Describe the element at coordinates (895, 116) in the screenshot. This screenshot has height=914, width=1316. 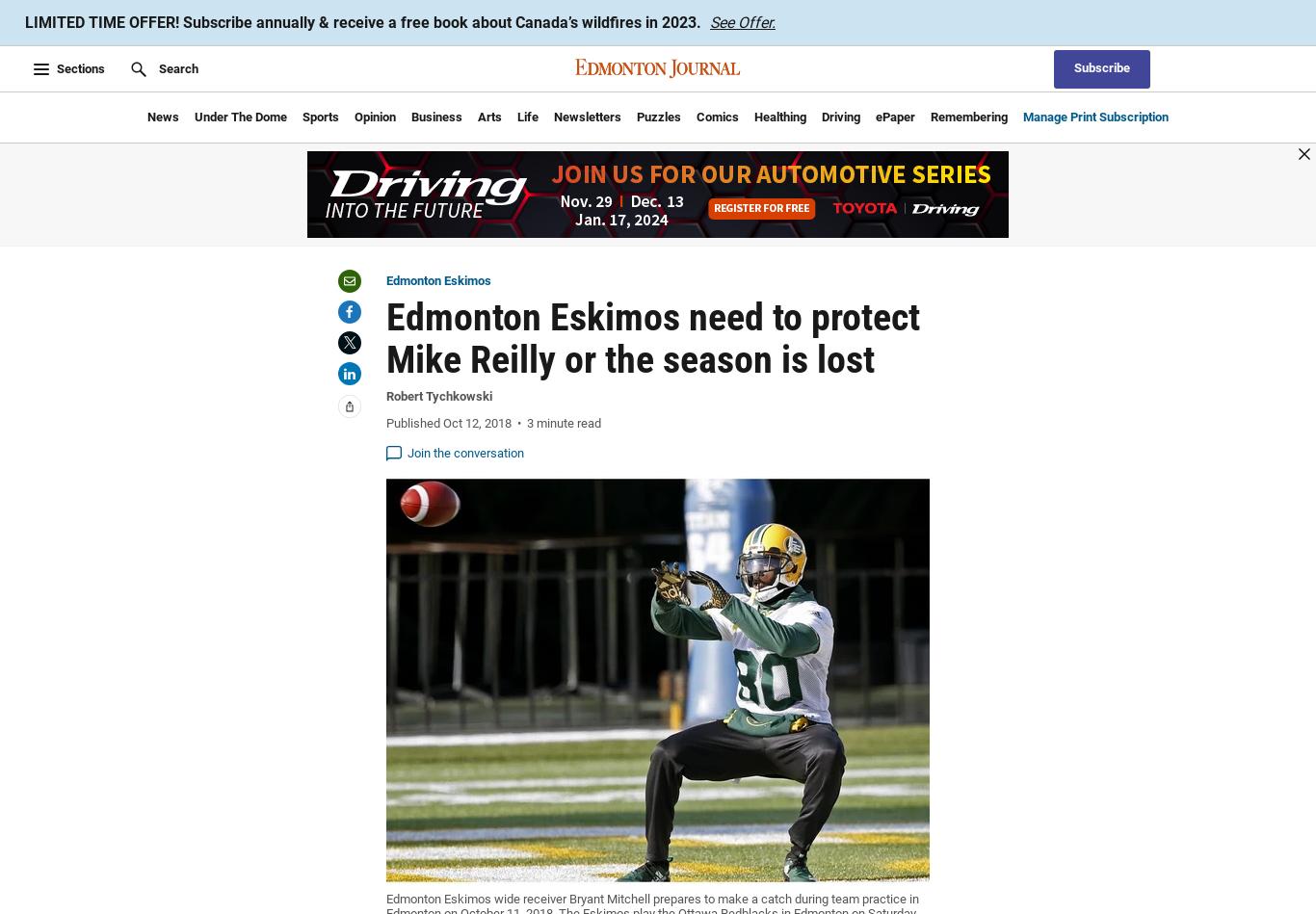
I see `'ePaper'` at that location.